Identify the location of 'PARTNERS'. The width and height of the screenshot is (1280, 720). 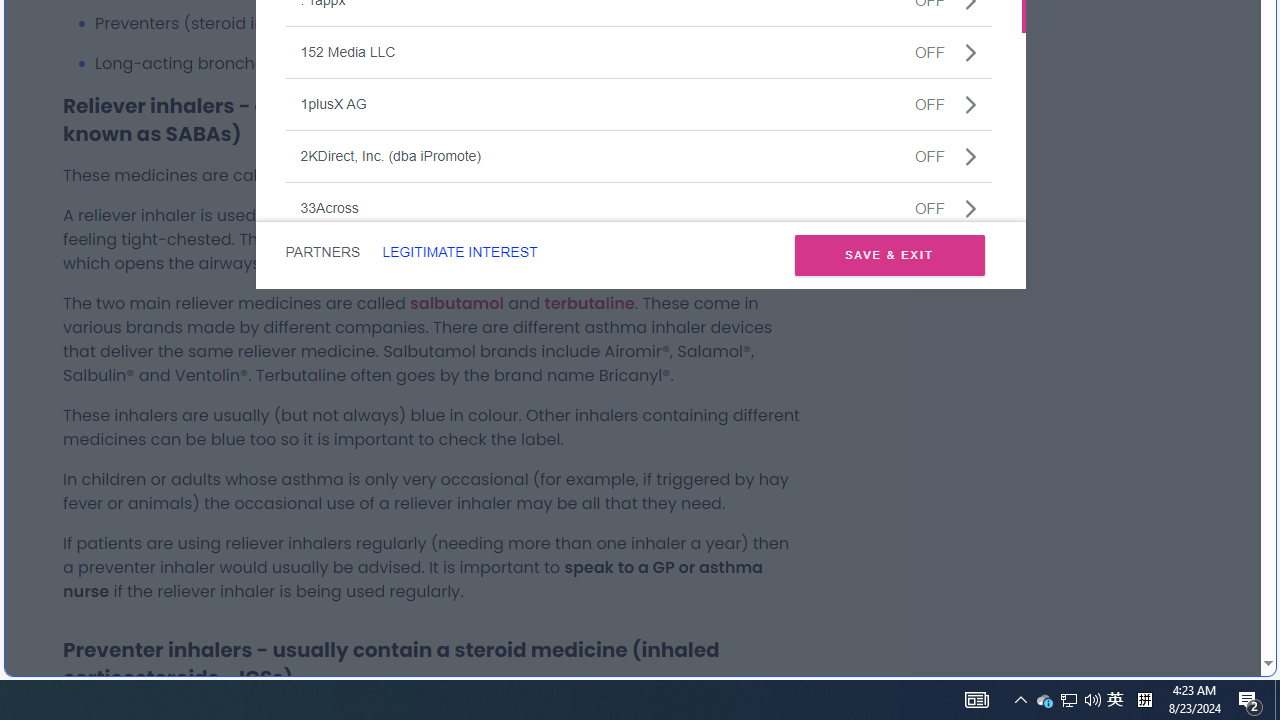
(323, 250).